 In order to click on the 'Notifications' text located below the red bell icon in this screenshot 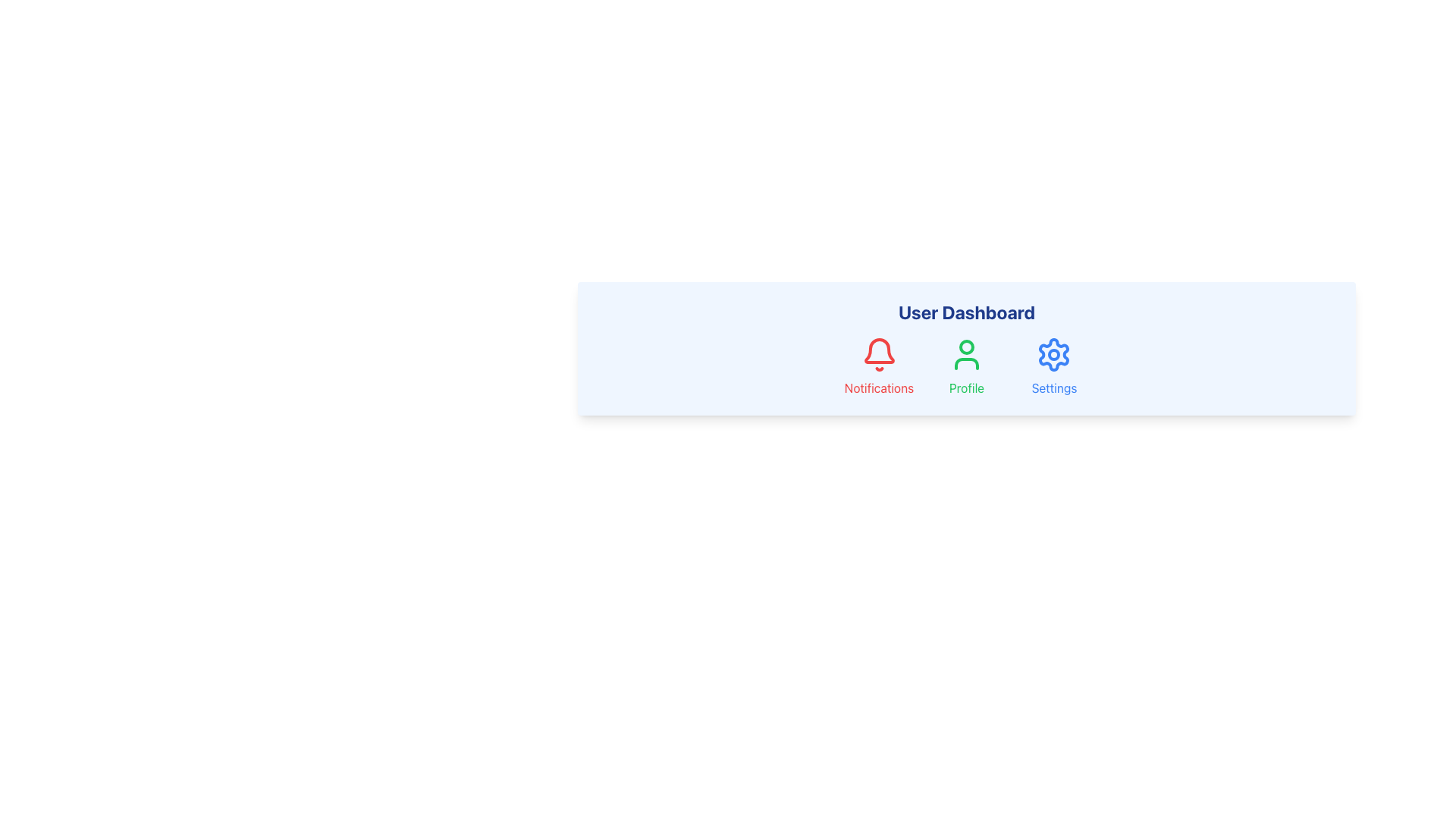, I will do `click(879, 366)`.